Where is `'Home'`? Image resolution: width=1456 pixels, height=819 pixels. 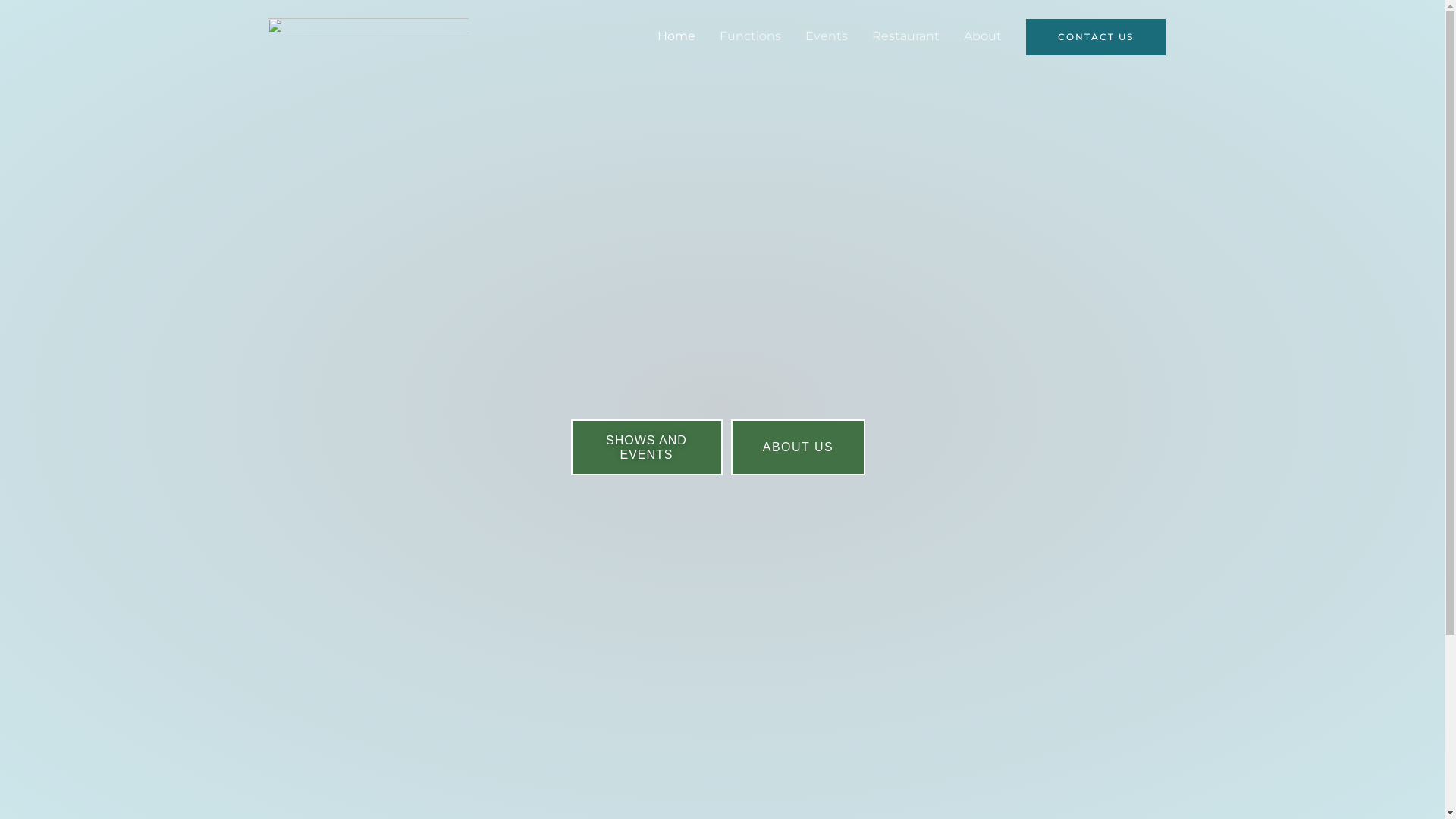
'Home' is located at coordinates (675, 35).